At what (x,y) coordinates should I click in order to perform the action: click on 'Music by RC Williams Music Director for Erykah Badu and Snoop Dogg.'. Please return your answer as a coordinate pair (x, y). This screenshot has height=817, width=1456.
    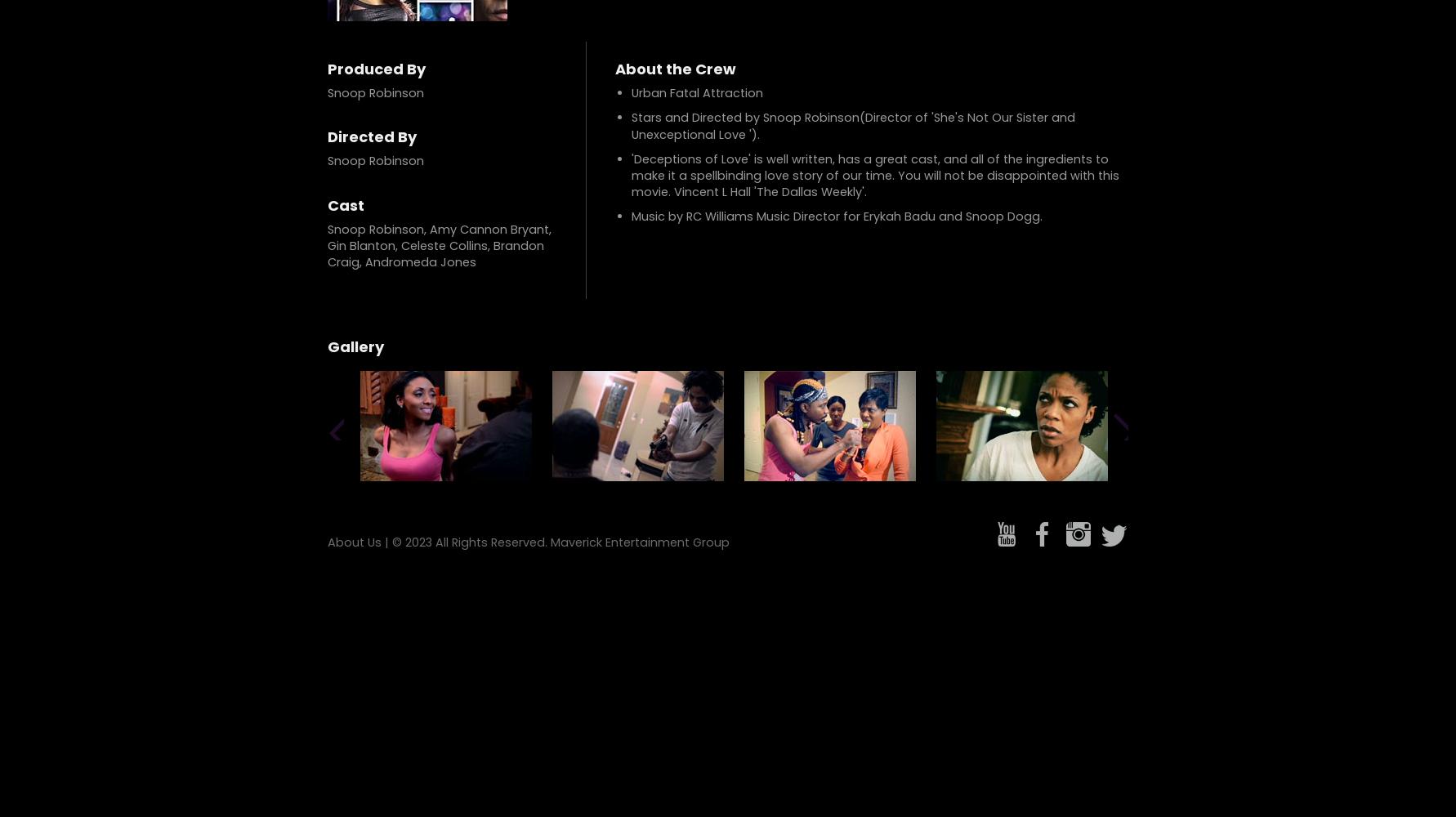
    Looking at the image, I should click on (632, 217).